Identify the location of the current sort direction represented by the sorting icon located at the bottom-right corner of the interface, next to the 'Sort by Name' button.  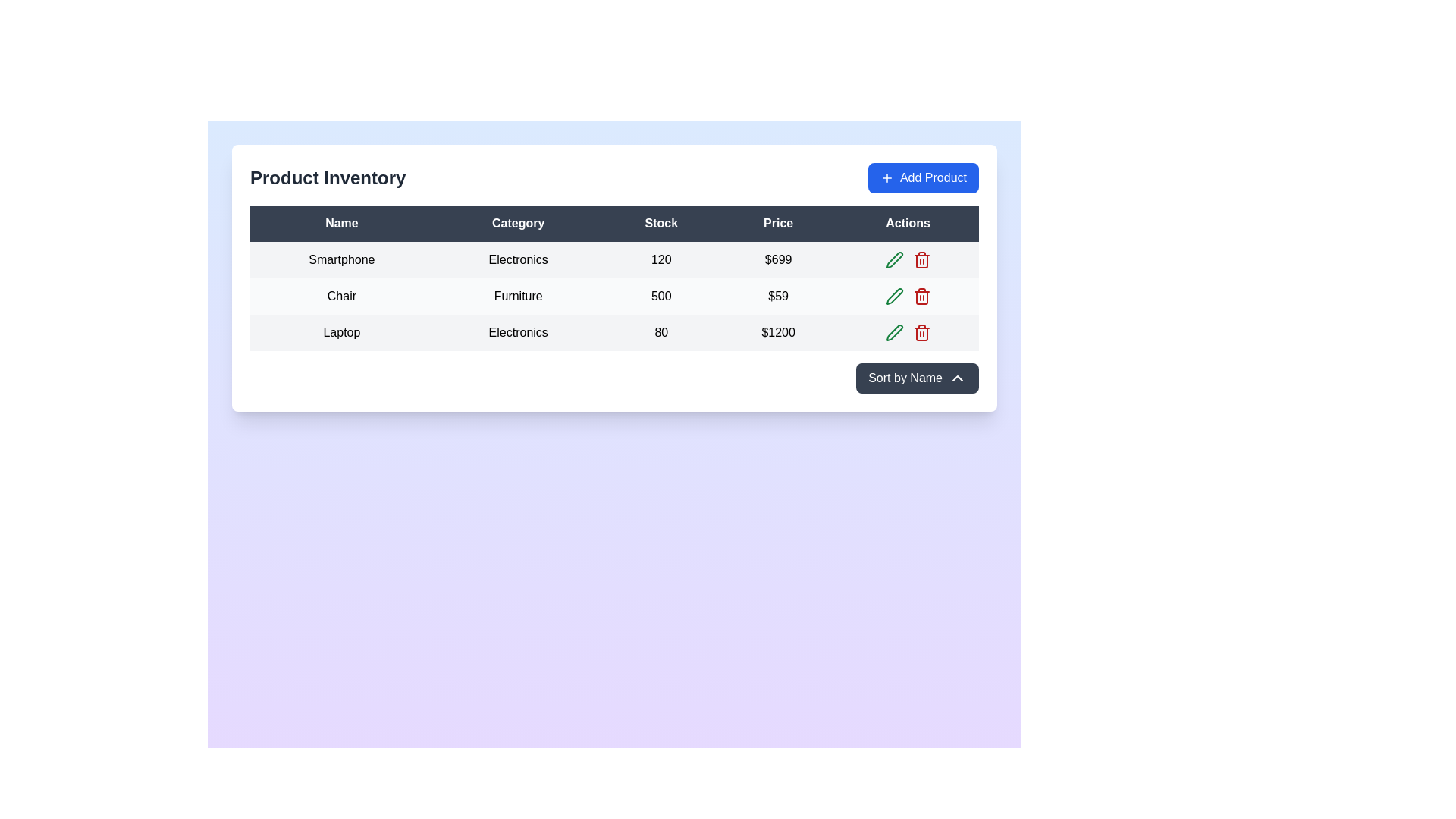
(956, 377).